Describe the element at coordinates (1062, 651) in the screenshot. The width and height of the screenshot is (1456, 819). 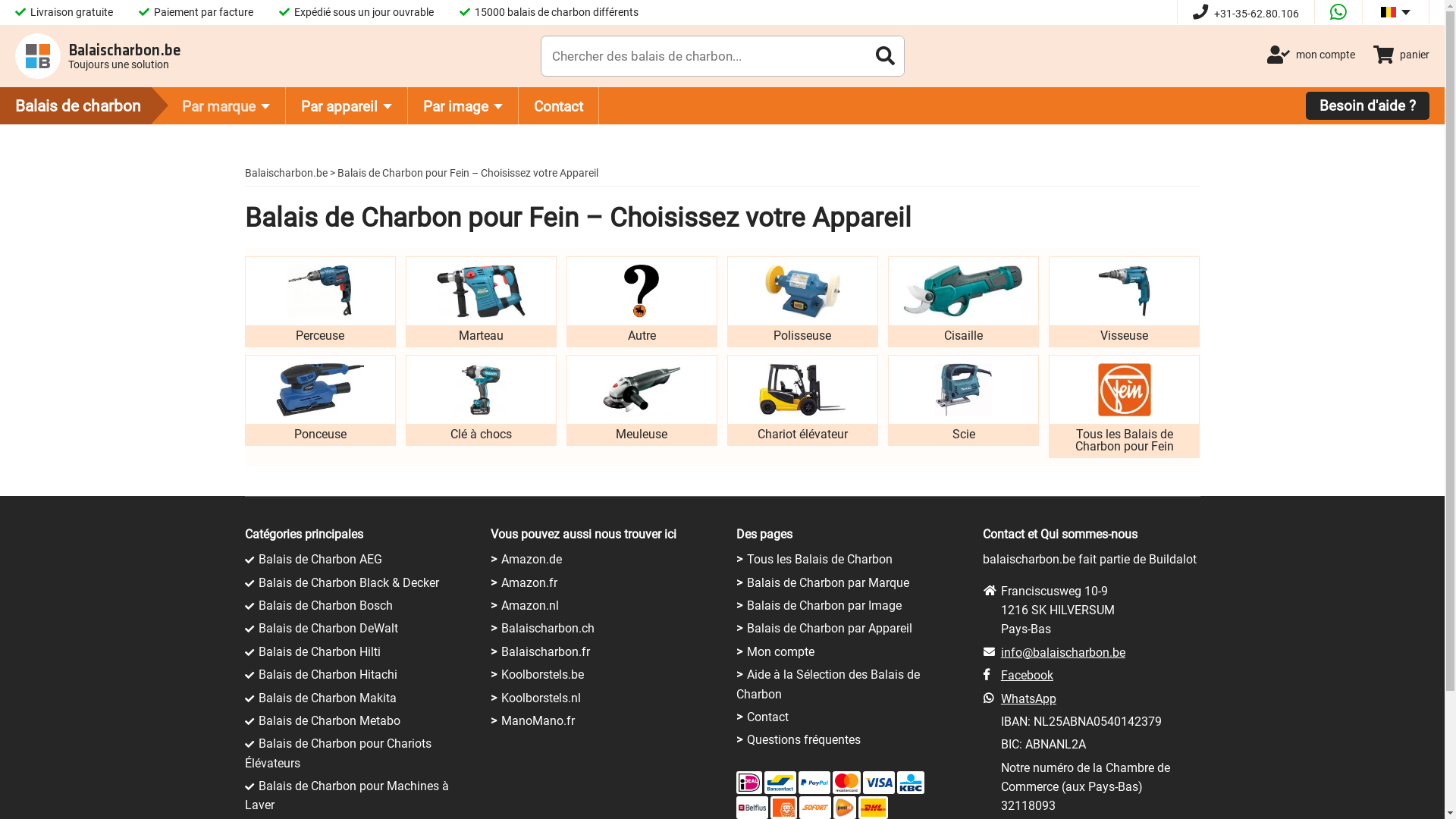
I see `'info@balaischarbon.be'` at that location.